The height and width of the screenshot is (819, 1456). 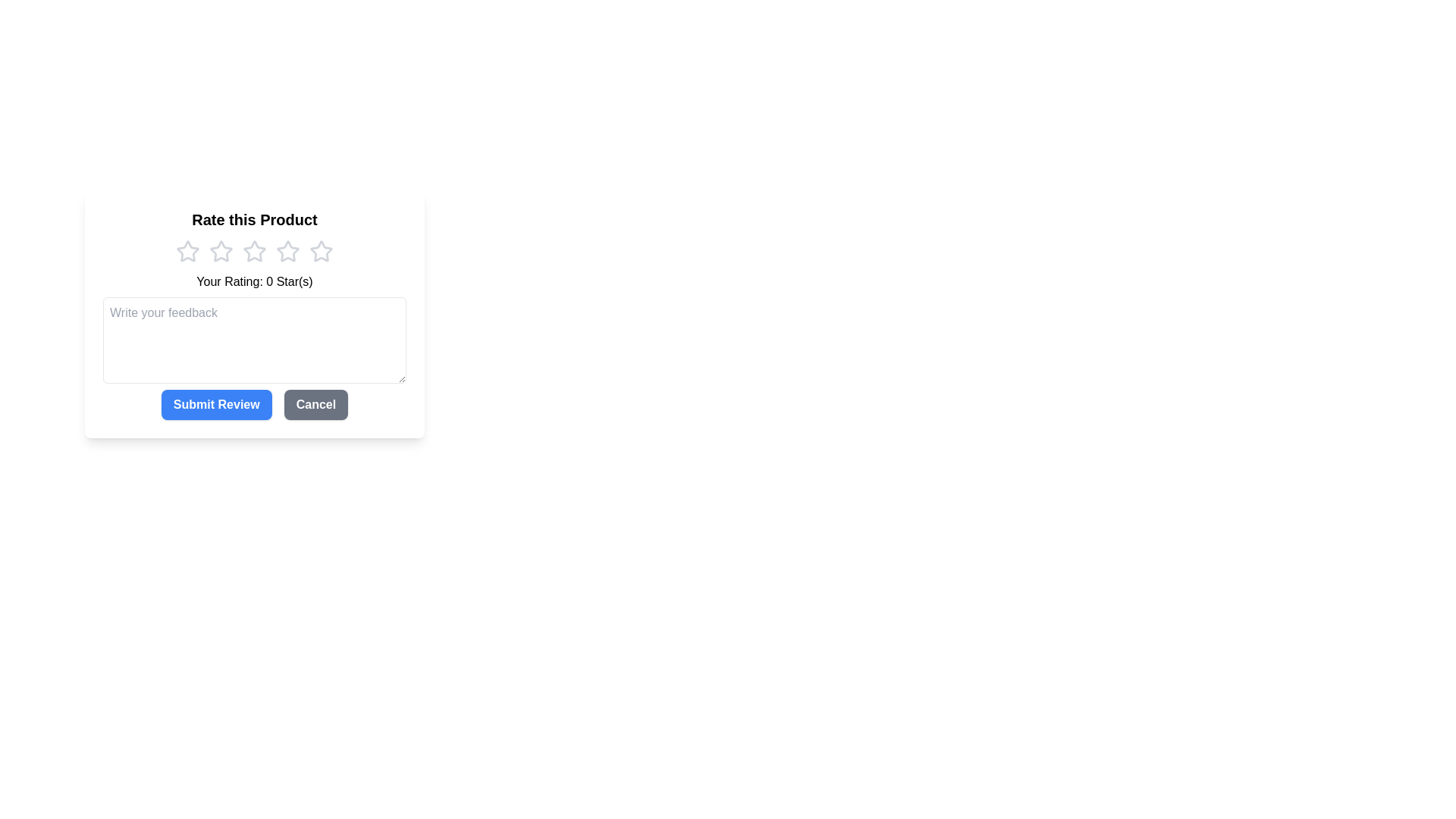 I want to click on the second star icon from the left in the rating system, so click(x=221, y=250).